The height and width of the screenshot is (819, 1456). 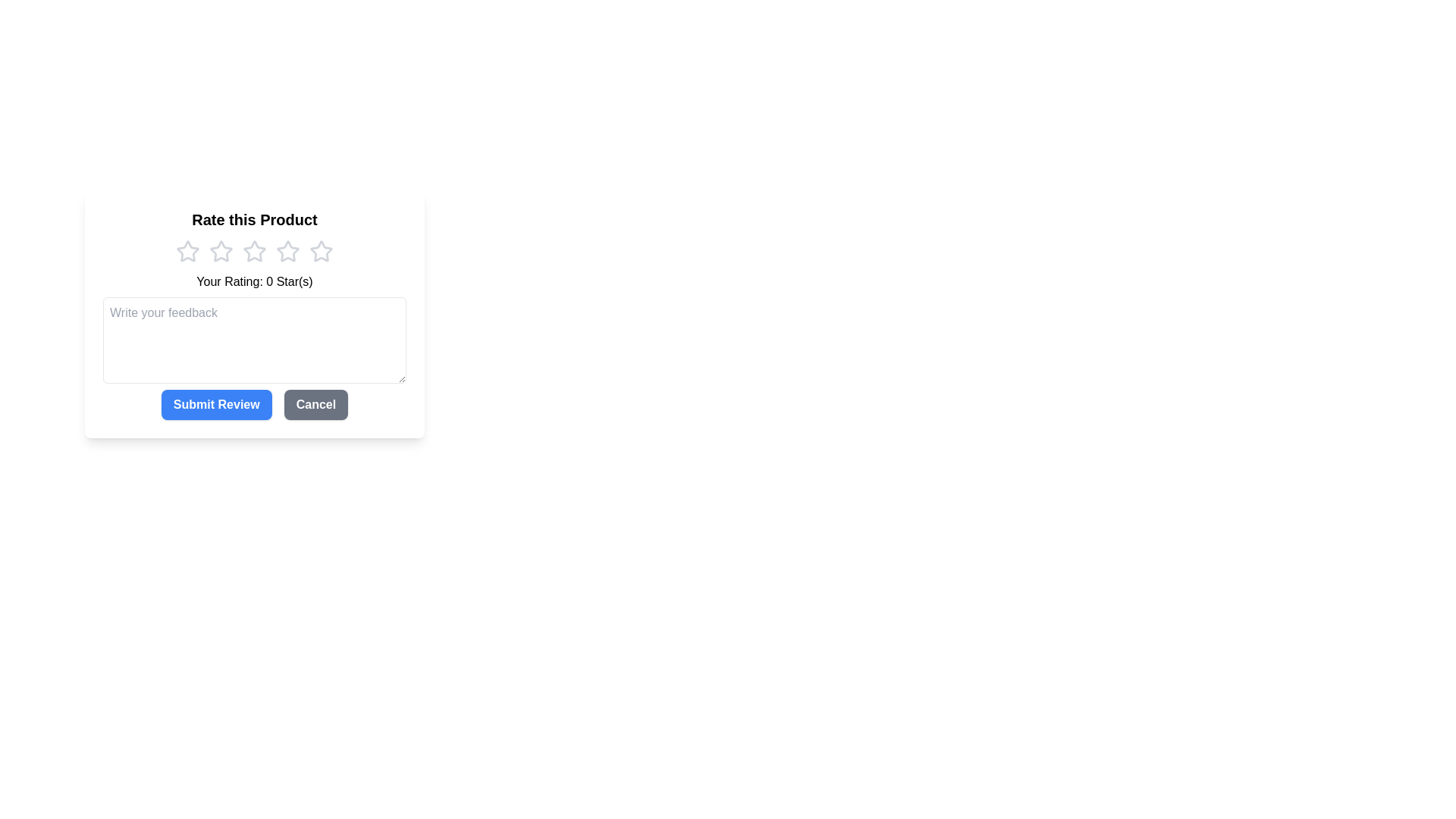 I want to click on the second star icon from the left in the rating system, so click(x=221, y=250).